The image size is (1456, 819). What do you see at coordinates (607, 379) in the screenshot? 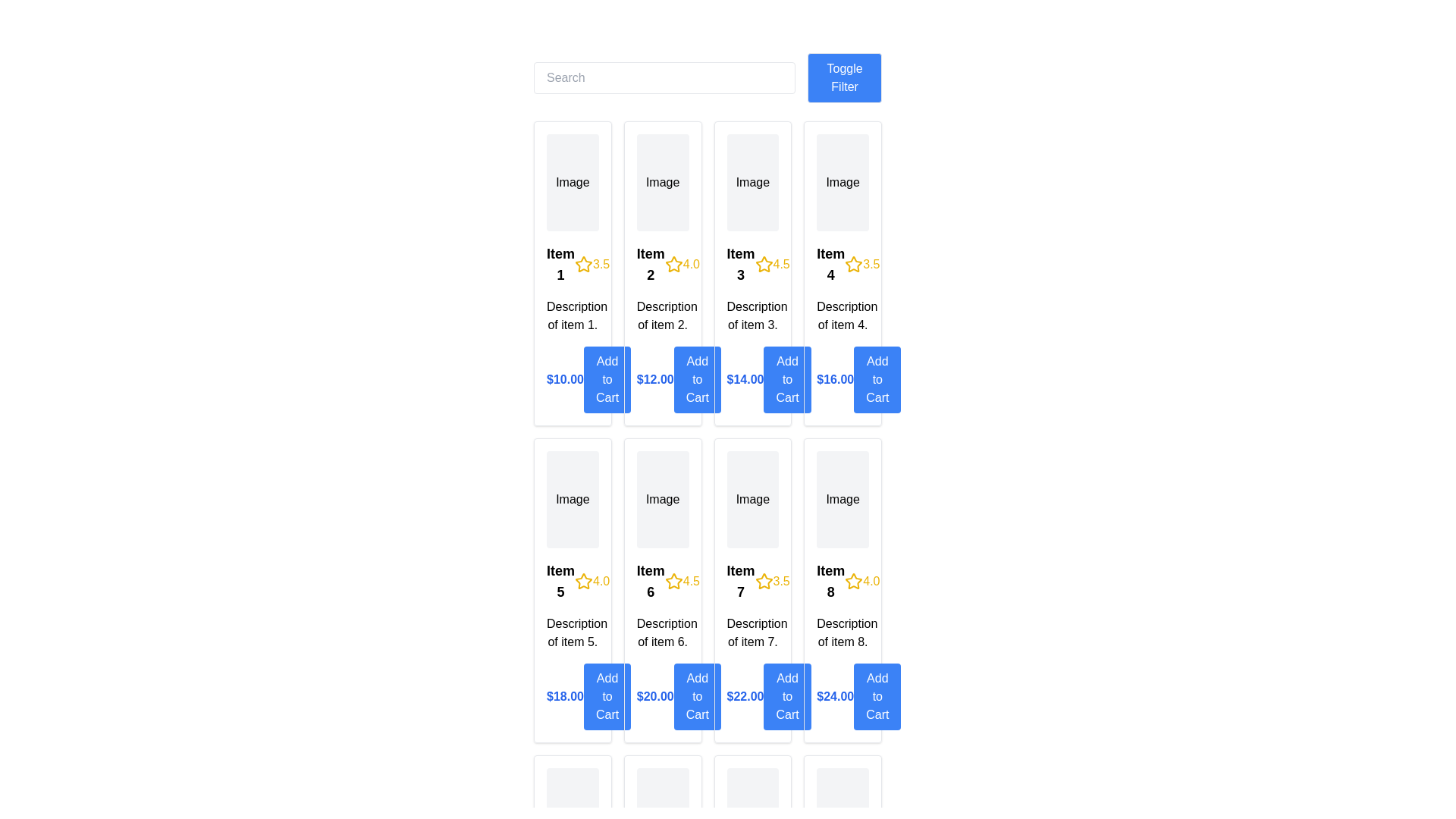
I see `the button that adds the corresponding item to the user's shopping cart, located beneath the text "$10.00" in the first column of the horizontal card layout` at bounding box center [607, 379].